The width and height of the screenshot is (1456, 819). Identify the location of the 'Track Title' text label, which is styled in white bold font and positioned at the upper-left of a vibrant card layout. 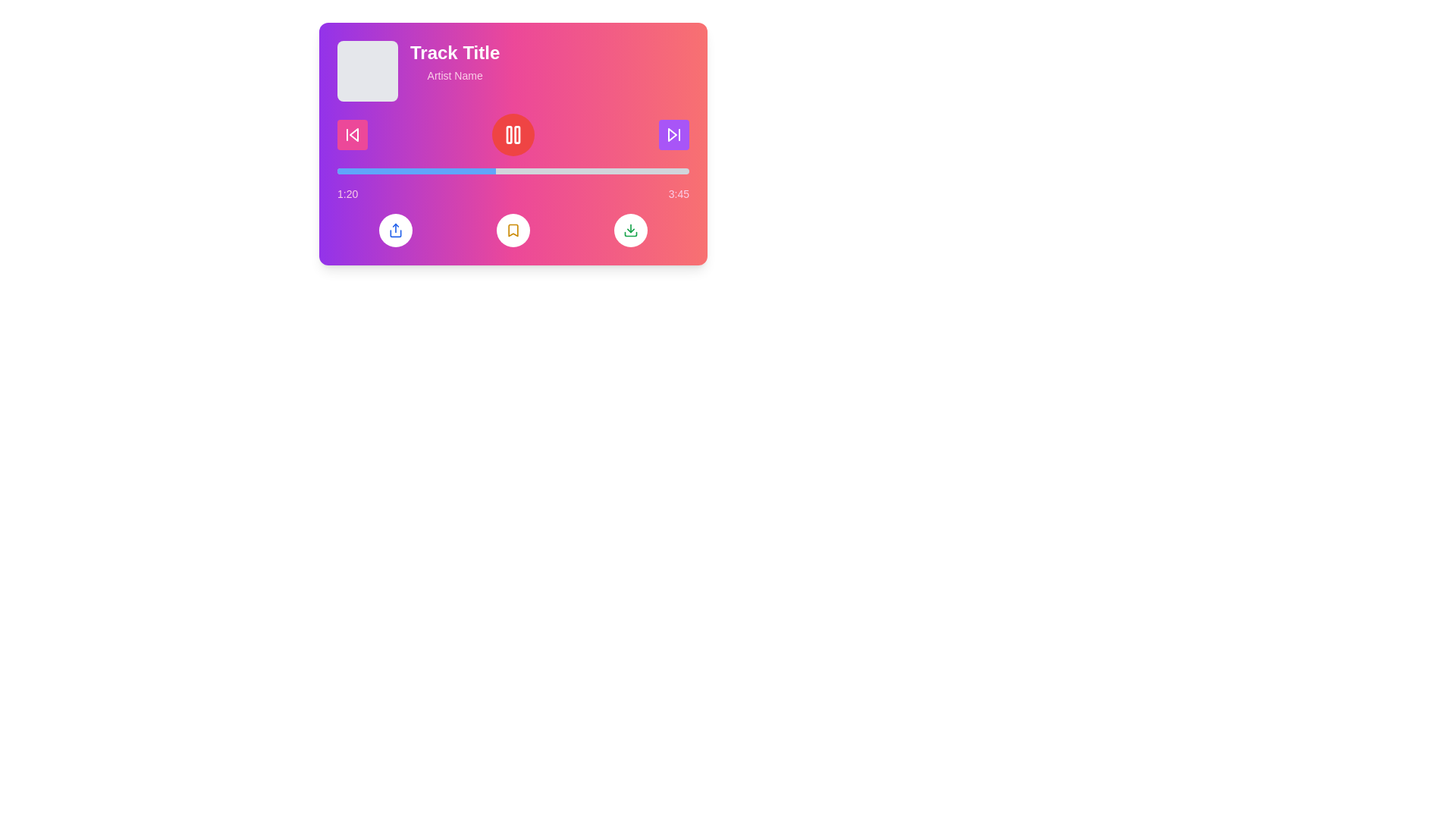
(454, 52).